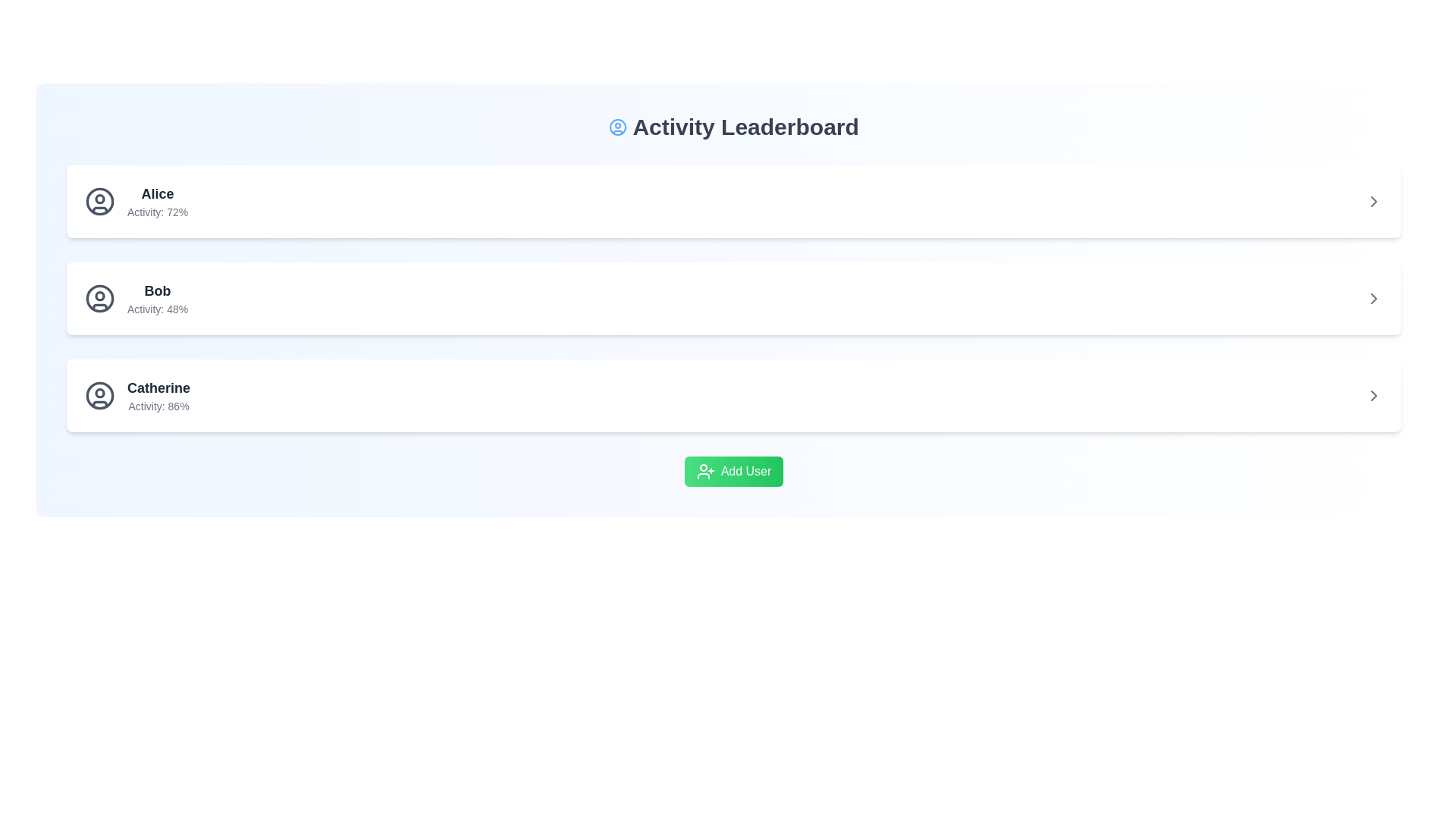 Image resolution: width=1456 pixels, height=819 pixels. Describe the element at coordinates (99, 394) in the screenshot. I see `the user profile icon associated with 'Catherine' in the third row of the 'Activity Leaderboard' as a static component` at that location.